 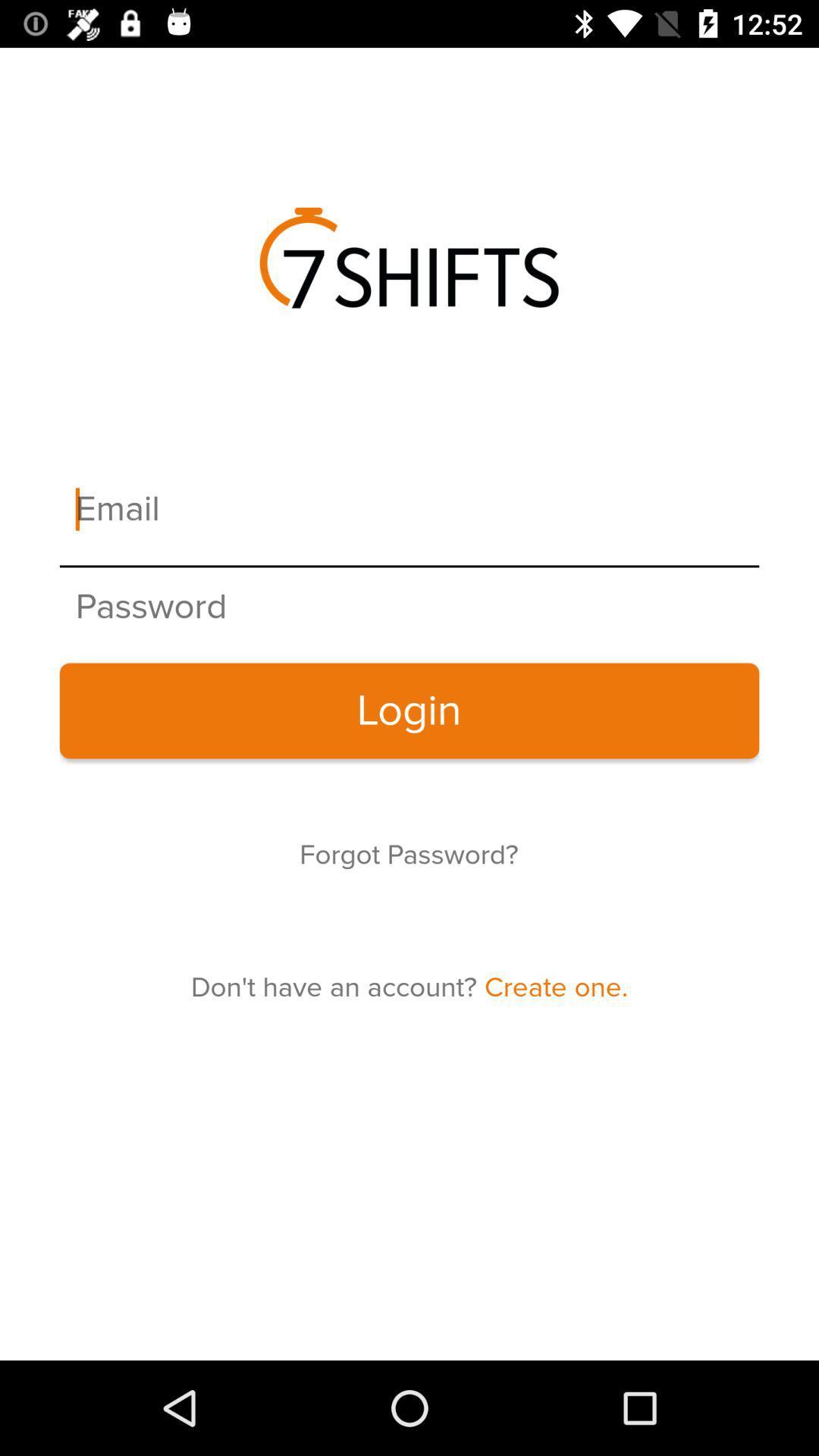 What do you see at coordinates (409, 510) in the screenshot?
I see `your email address` at bounding box center [409, 510].